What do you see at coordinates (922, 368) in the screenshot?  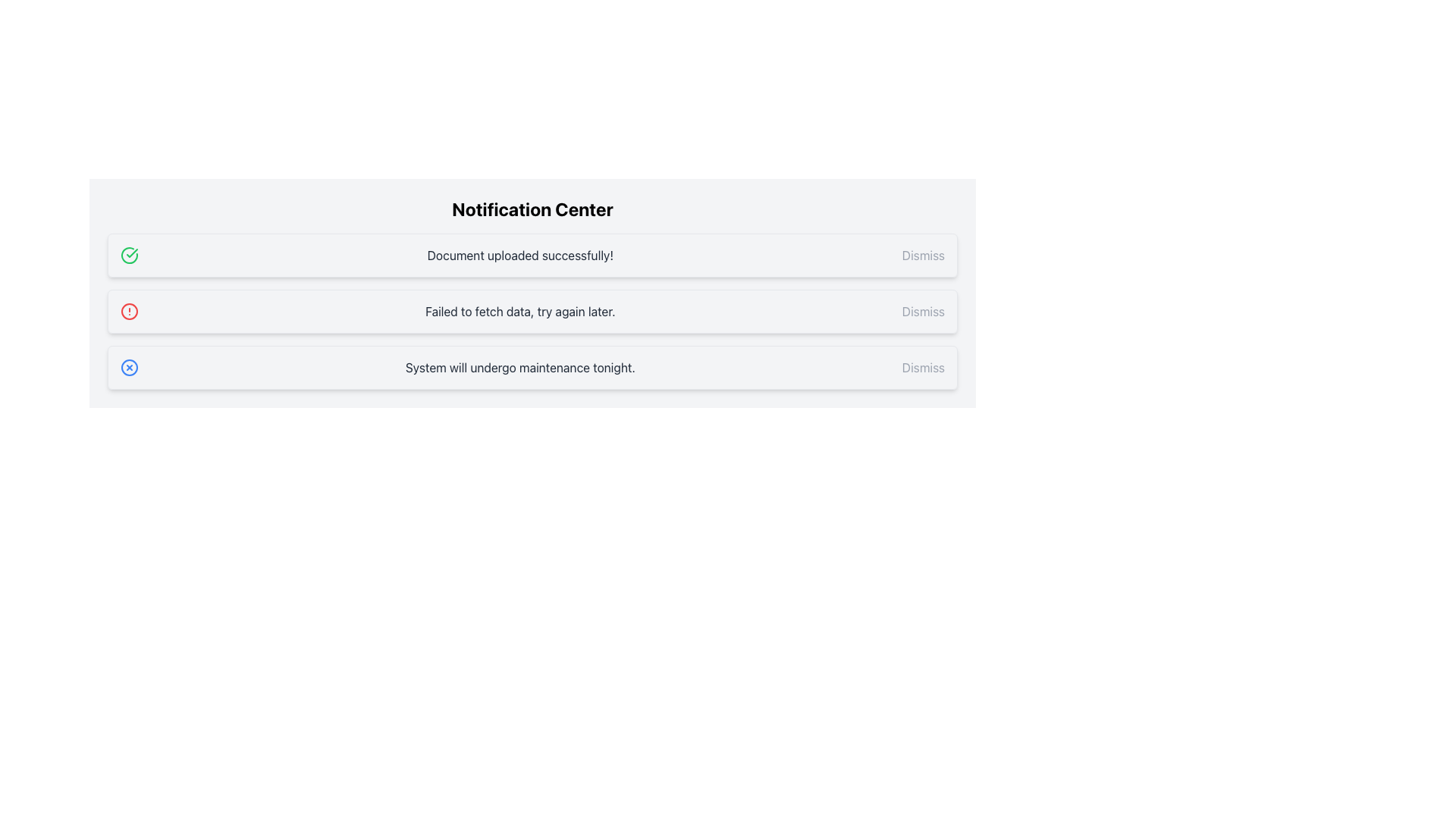 I see `the dismiss button located at the far right of the notification row to change its color to red` at bounding box center [922, 368].